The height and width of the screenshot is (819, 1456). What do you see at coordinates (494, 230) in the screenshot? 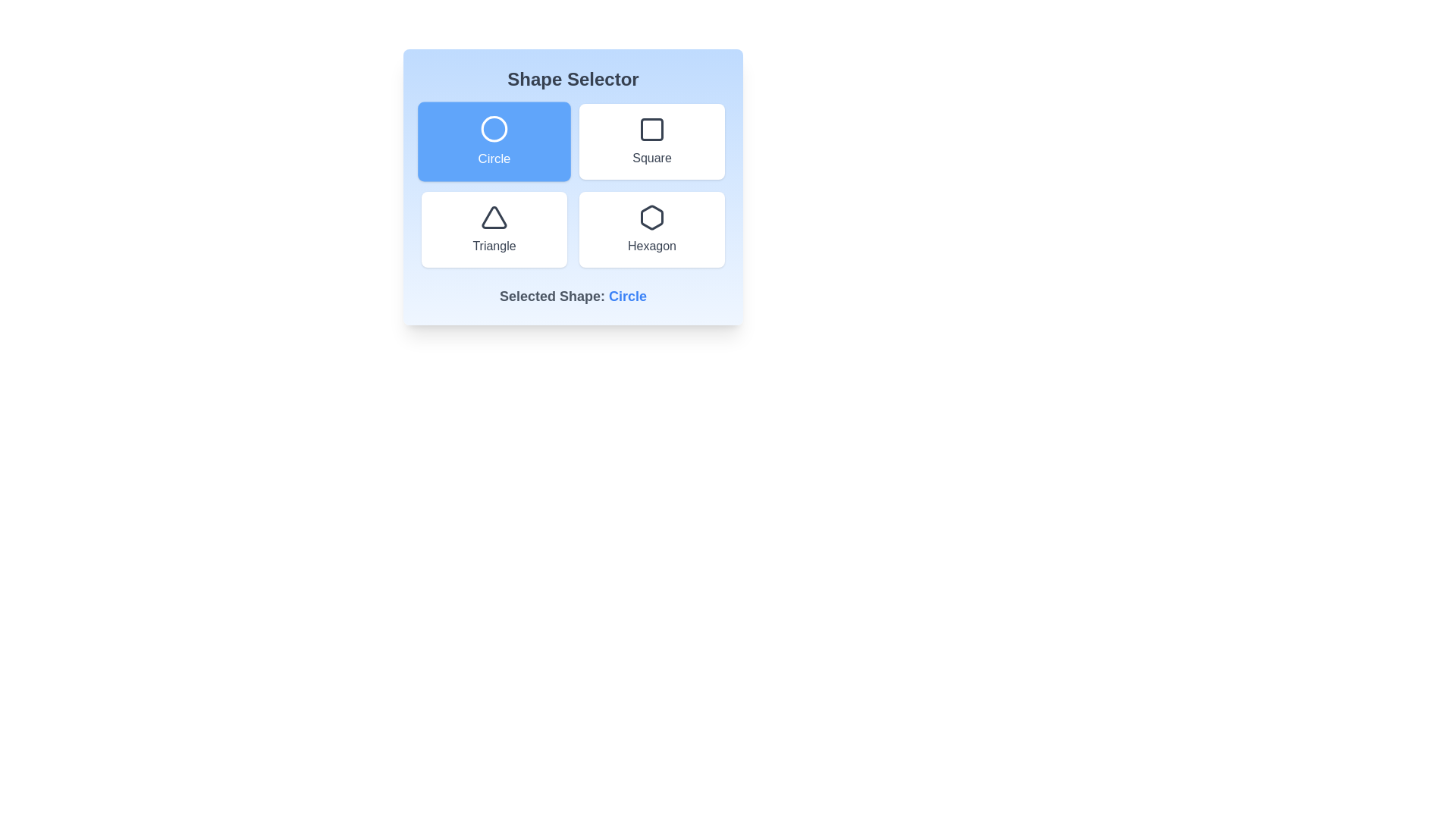
I see `the button corresponding to the shape Triangle to select it` at bounding box center [494, 230].